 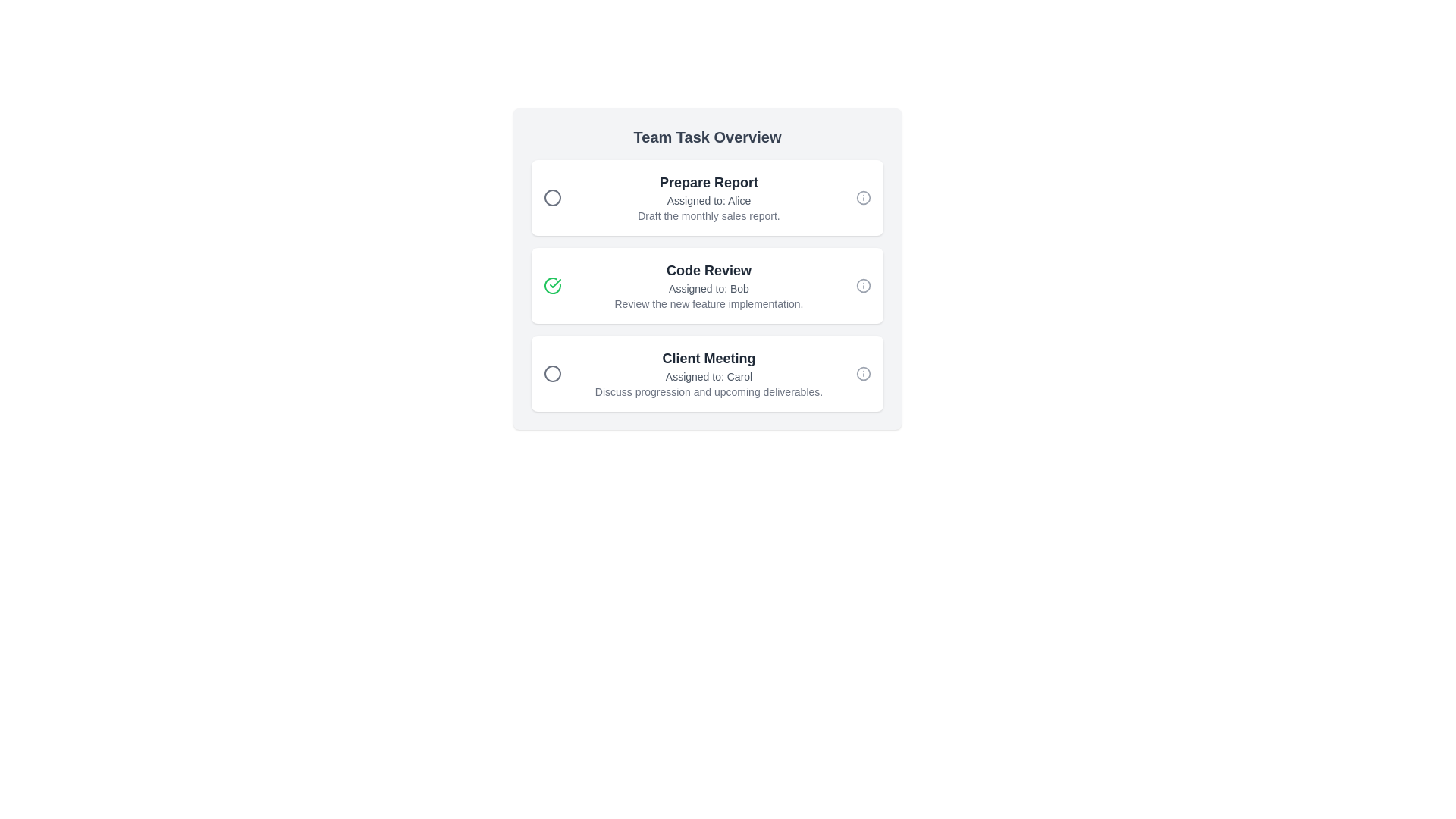 What do you see at coordinates (863, 374) in the screenshot?
I see `the circular information icon located on the right side of the 'Client Meeting' section` at bounding box center [863, 374].